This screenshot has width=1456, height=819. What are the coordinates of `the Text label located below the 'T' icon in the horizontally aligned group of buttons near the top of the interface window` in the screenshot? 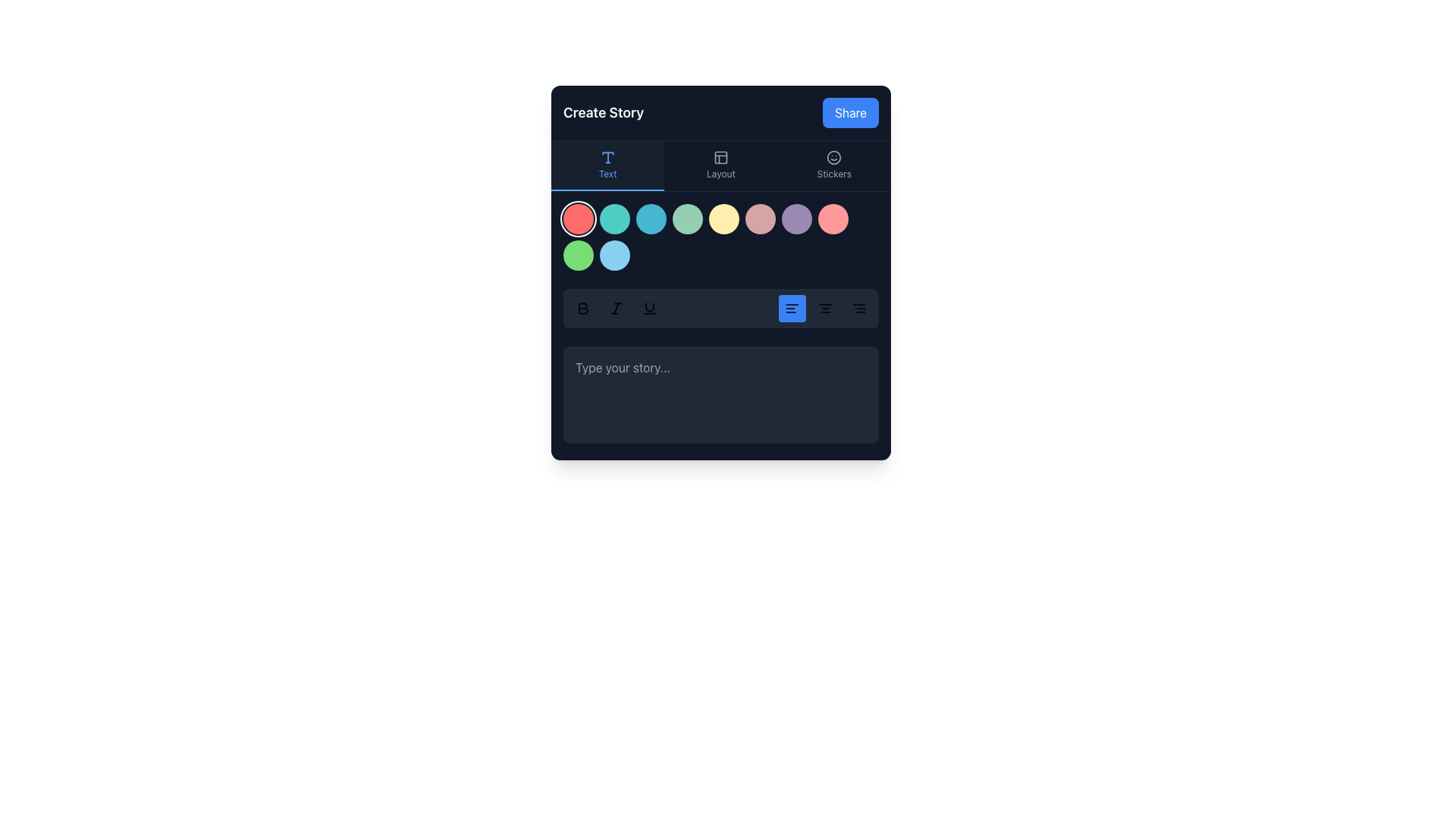 It's located at (607, 174).